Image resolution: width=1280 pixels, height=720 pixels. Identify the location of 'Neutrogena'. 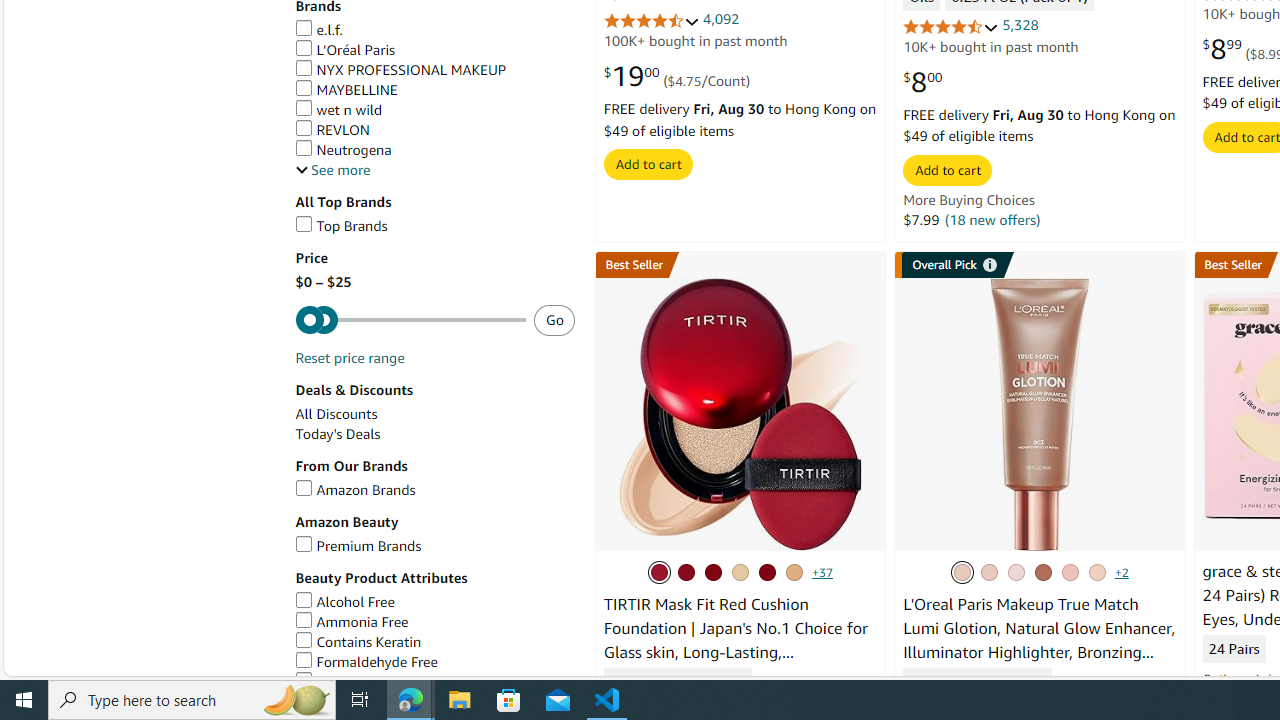
(433, 149).